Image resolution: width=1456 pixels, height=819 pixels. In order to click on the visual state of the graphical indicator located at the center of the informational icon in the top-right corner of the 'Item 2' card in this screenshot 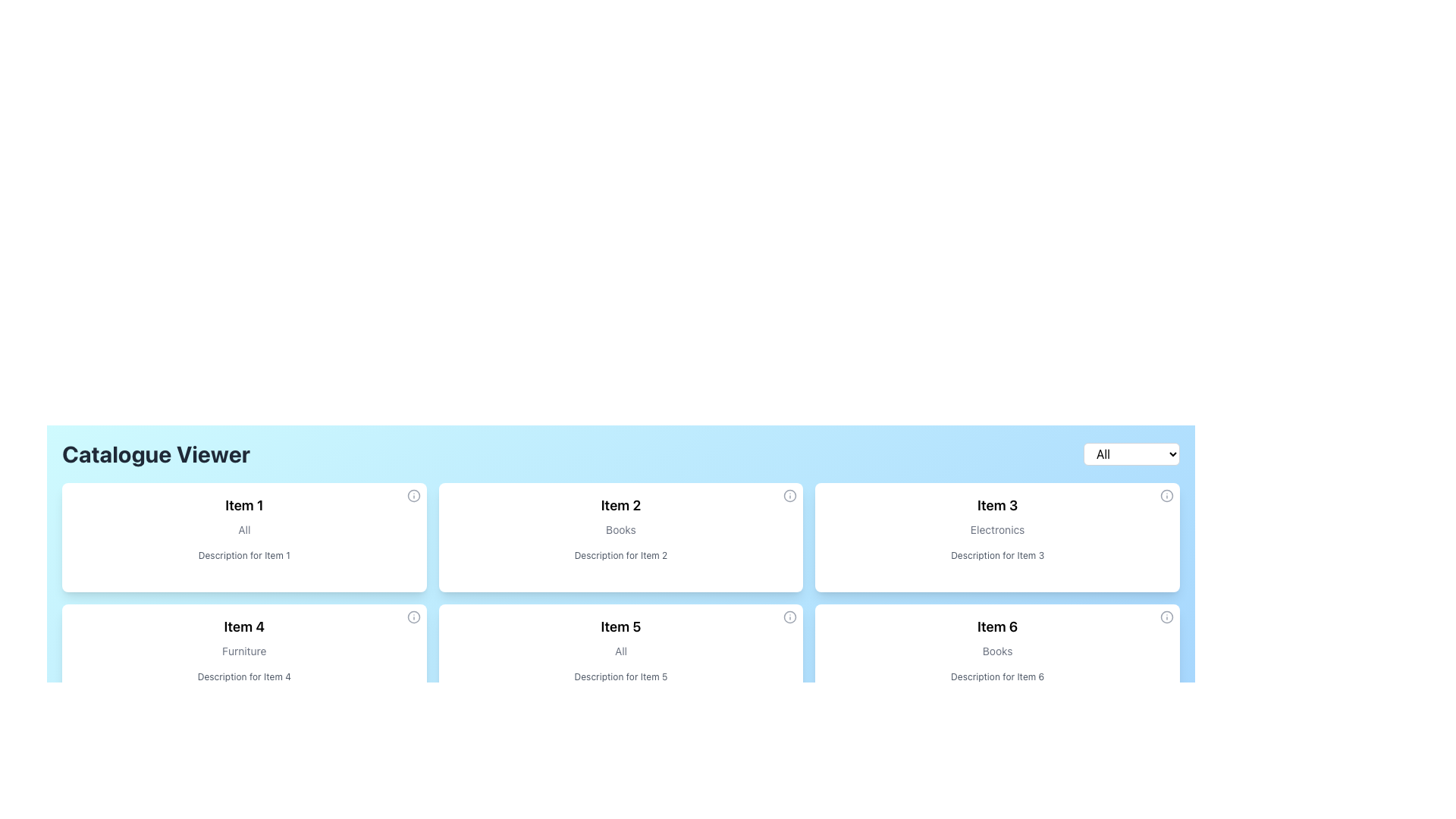, I will do `click(789, 496)`.